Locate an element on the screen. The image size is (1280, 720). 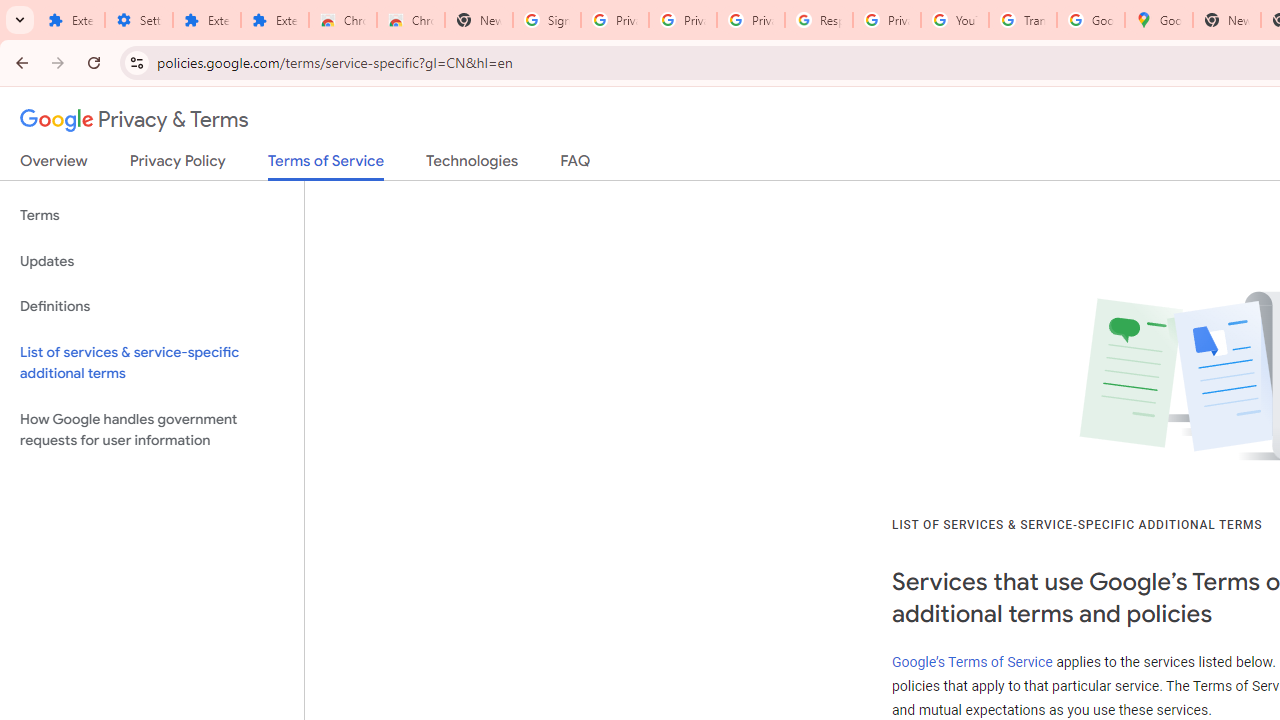
'Extensions' is located at coordinates (273, 20).